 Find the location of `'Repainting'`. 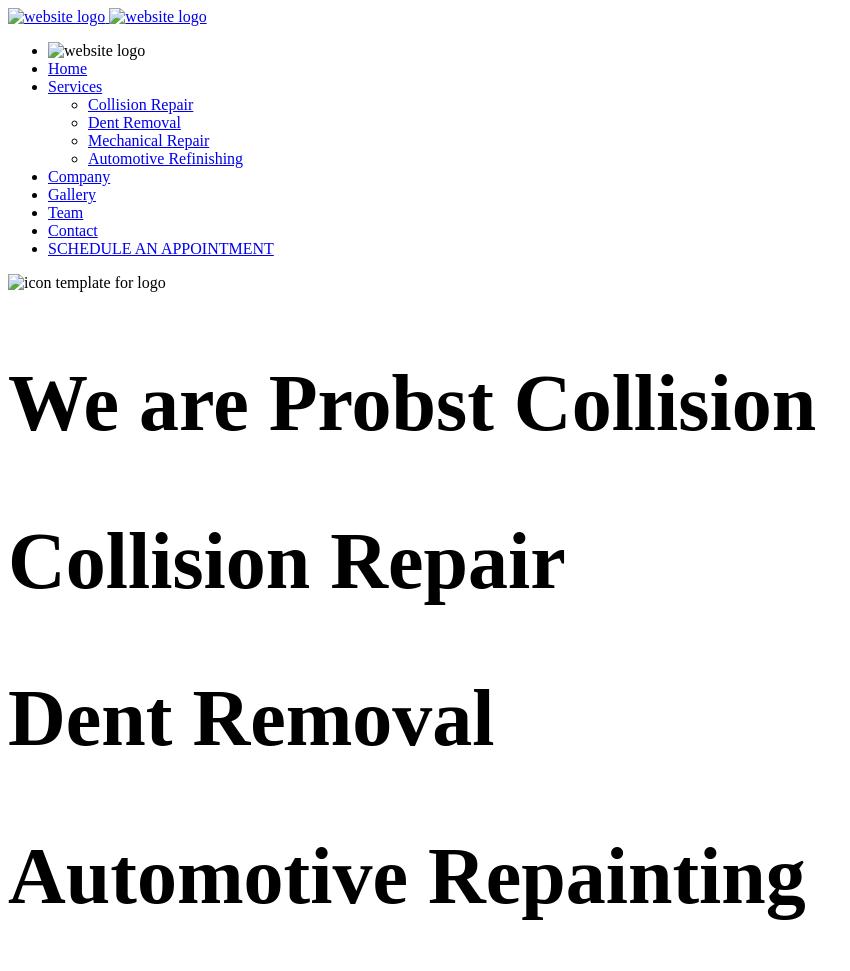

'Repainting' is located at coordinates (614, 874).